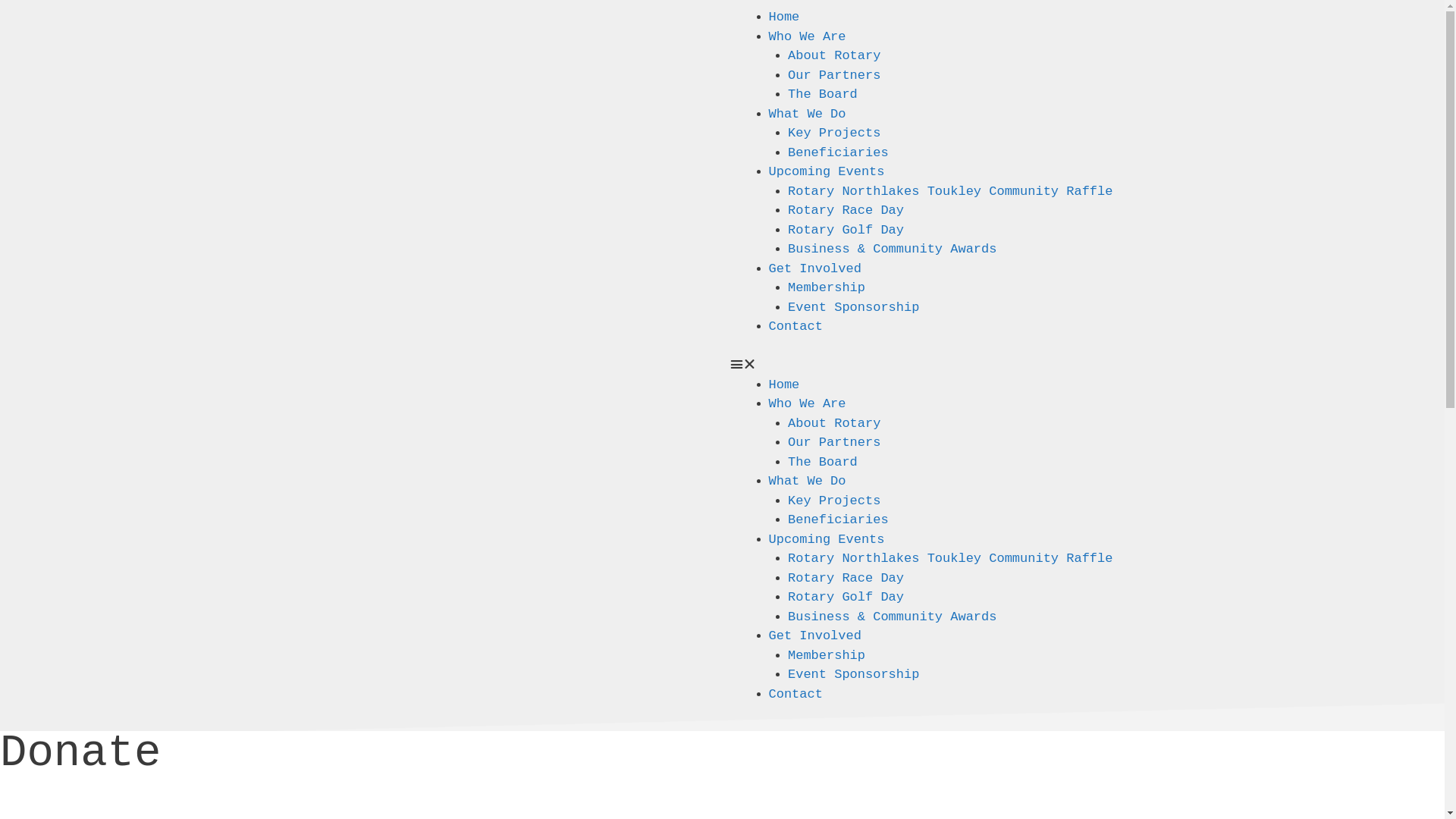  Describe the element at coordinates (833, 75) in the screenshot. I see `'Our Partners'` at that location.